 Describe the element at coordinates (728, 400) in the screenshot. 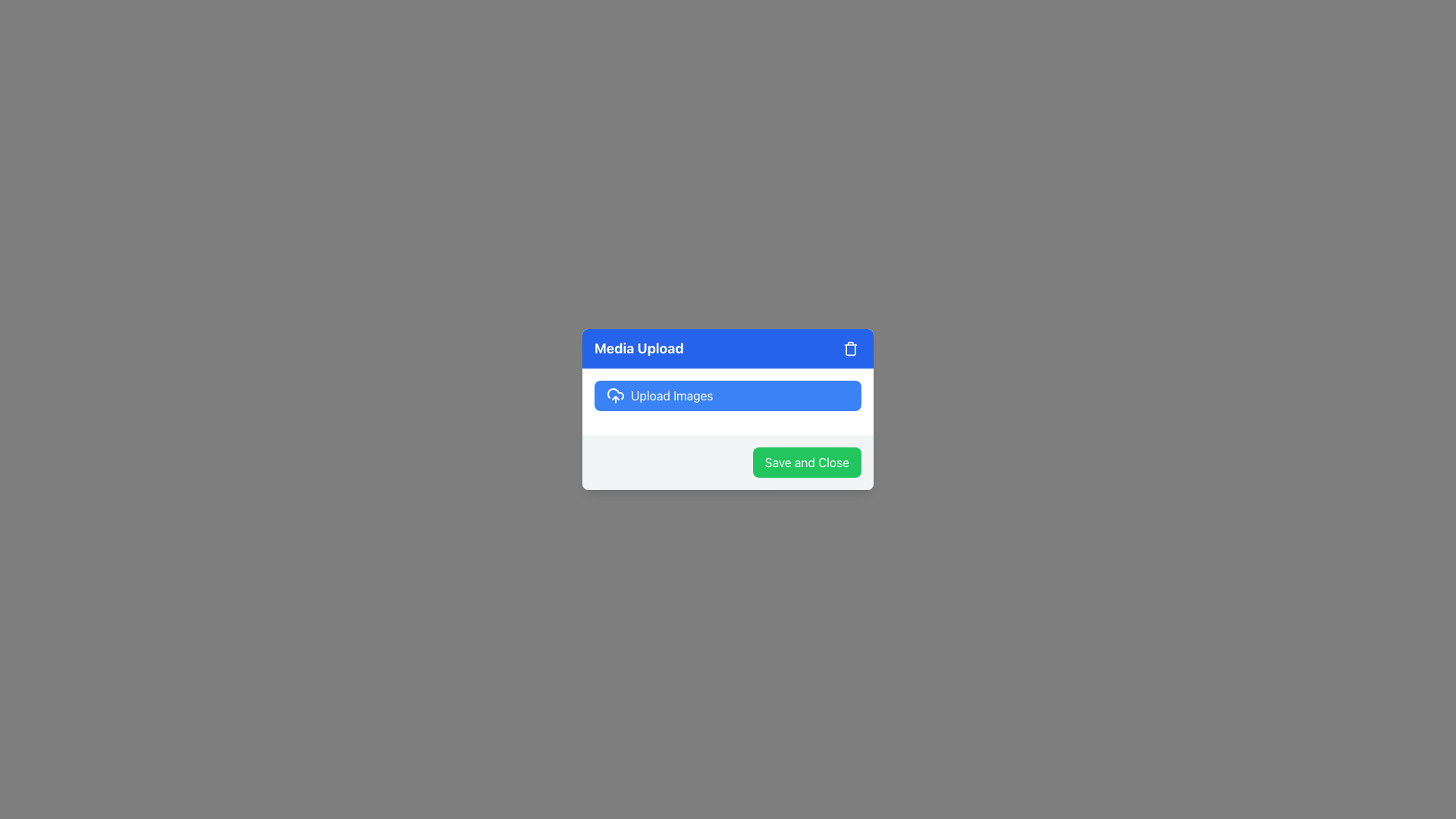

I see `the 'Upload' button located below the 'Media Upload' title bar to initiate the image upload process` at that location.